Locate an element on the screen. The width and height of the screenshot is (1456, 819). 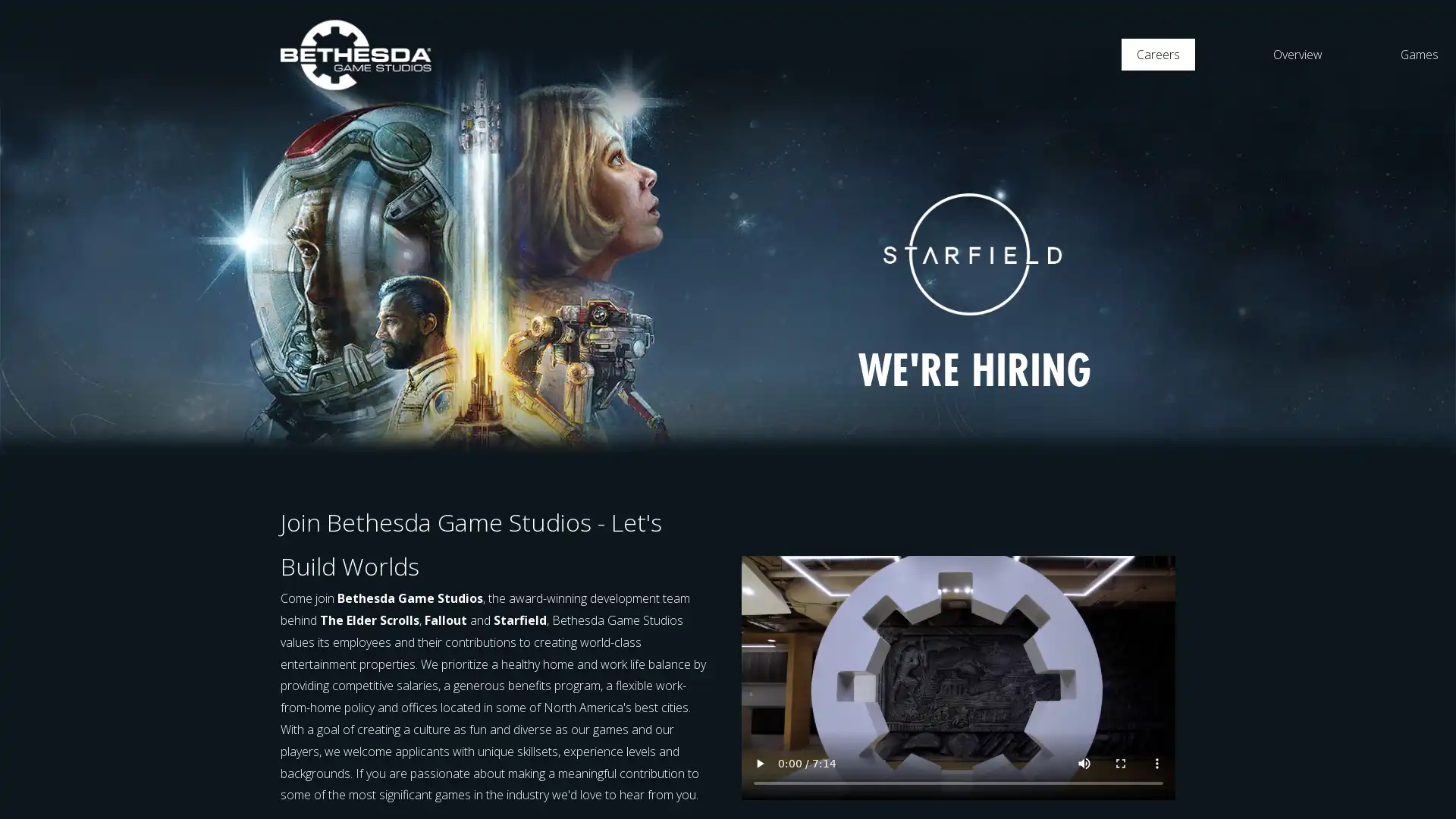
show more media controls is located at coordinates (1156, 763).